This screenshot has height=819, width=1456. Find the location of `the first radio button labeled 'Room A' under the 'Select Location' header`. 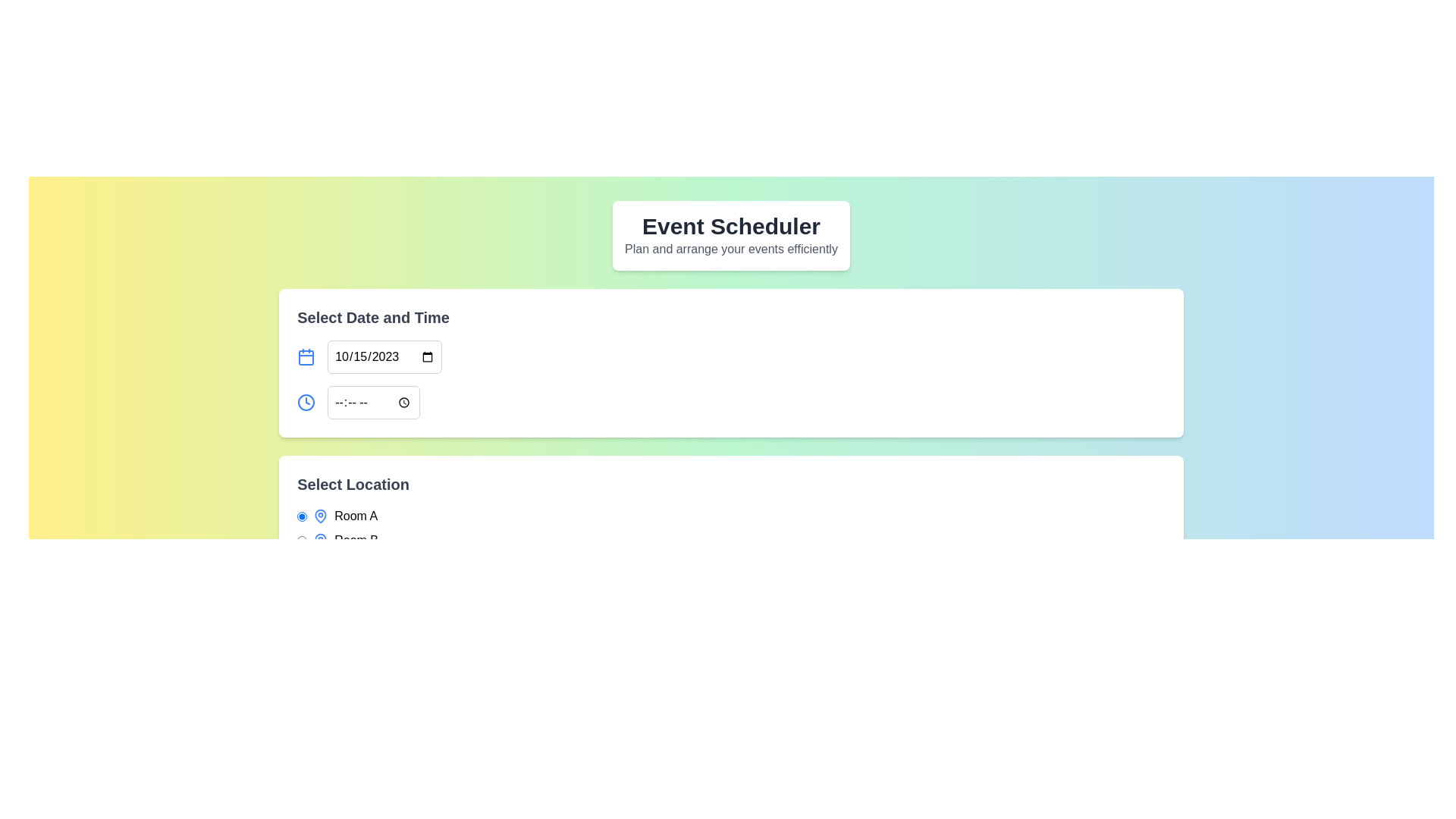

the first radio button labeled 'Room A' under the 'Select Location' header is located at coordinates (302, 516).